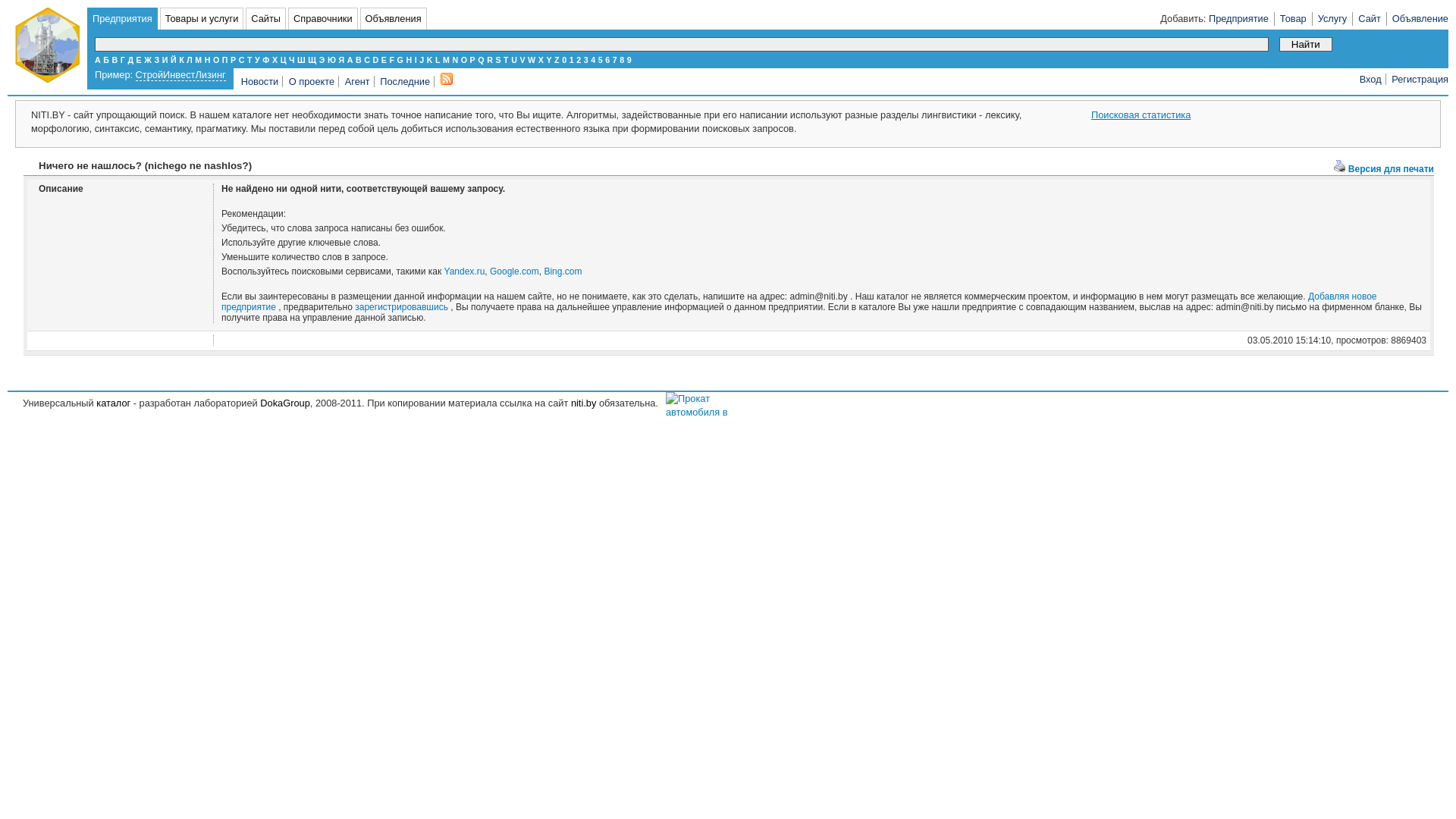 The width and height of the screenshot is (1456, 819). What do you see at coordinates (358, 58) in the screenshot?
I see `'B'` at bounding box center [358, 58].